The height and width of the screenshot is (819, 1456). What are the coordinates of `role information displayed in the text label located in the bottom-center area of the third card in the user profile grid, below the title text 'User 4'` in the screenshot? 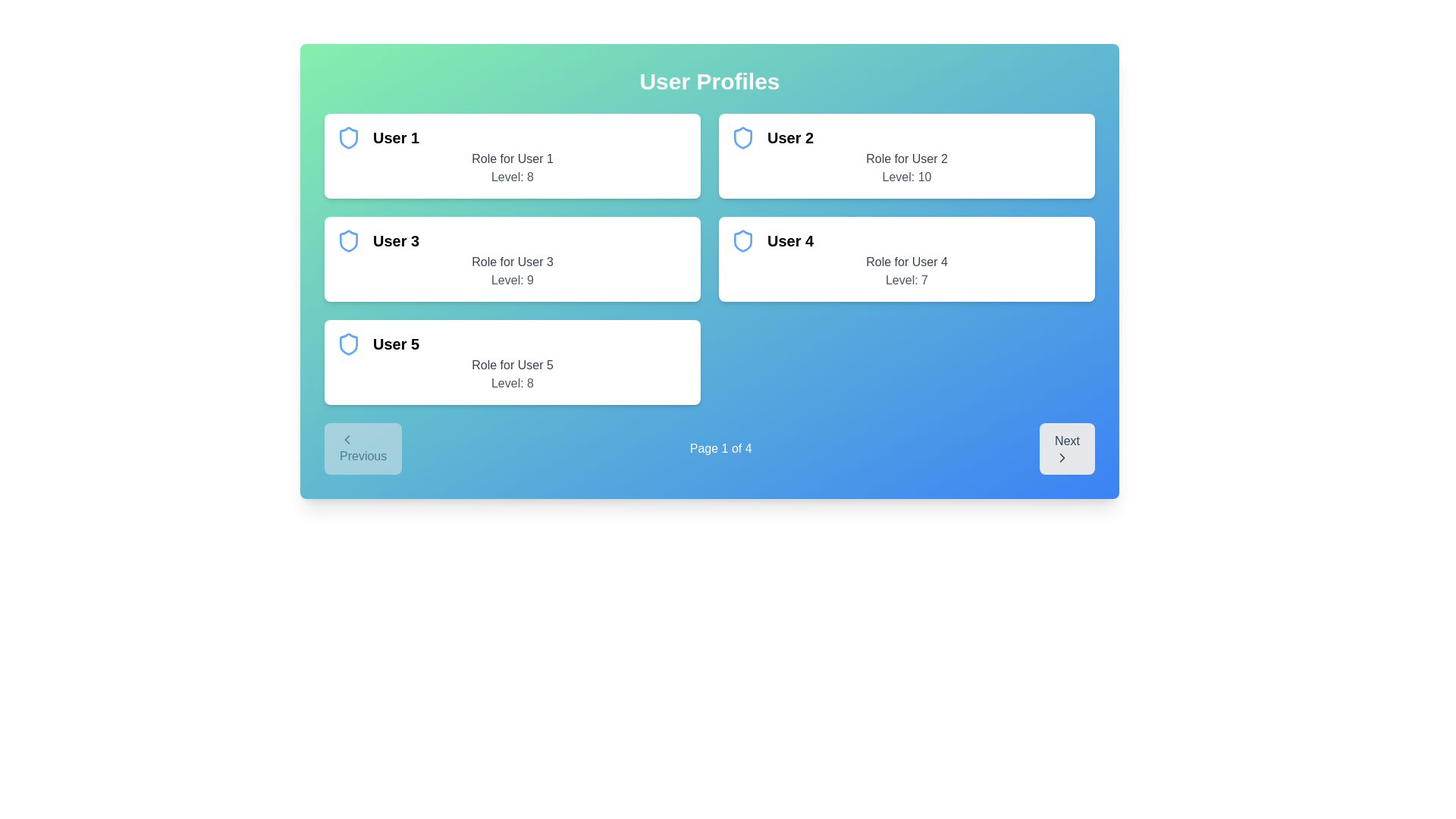 It's located at (906, 262).